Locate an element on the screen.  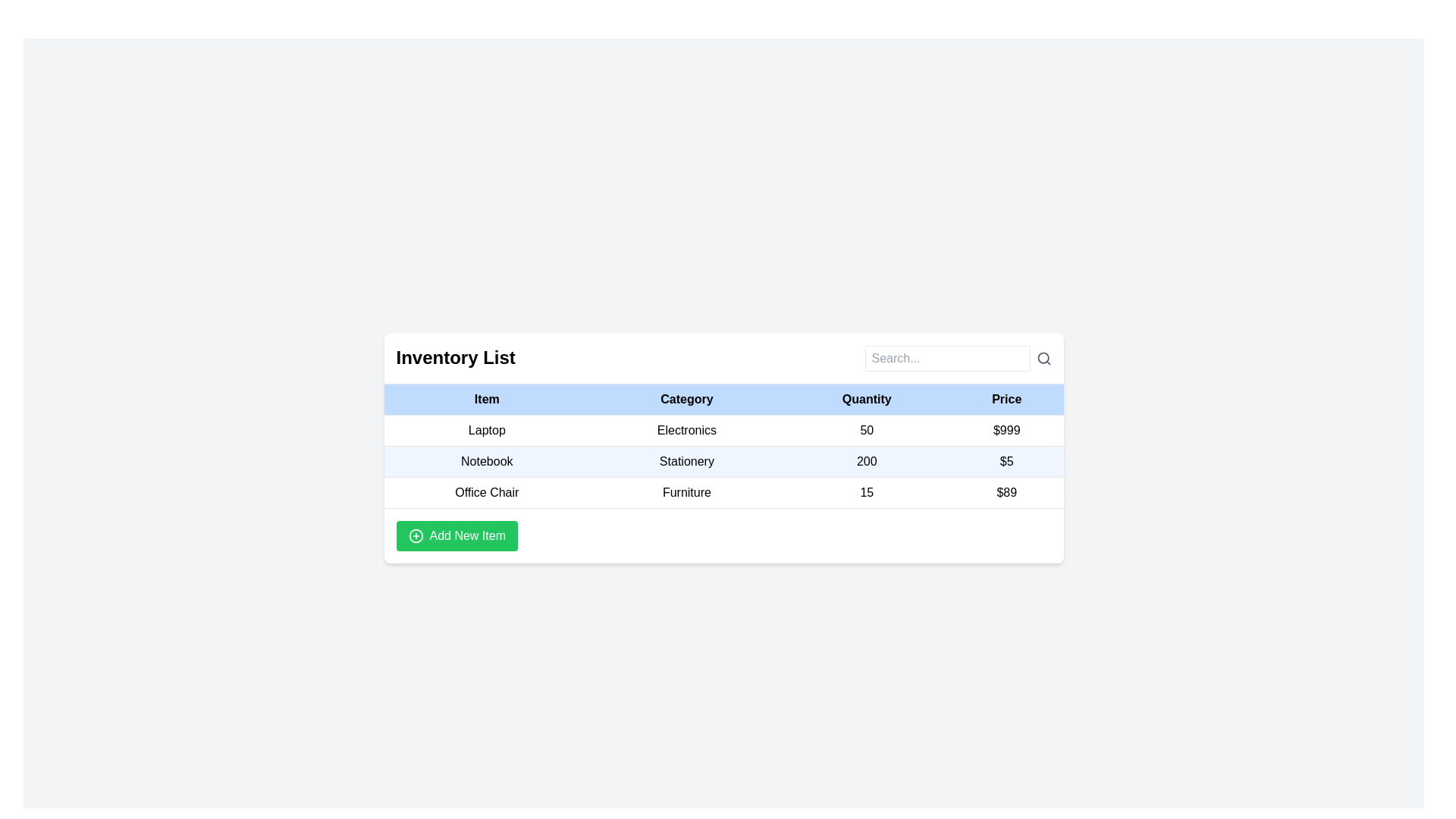
text label representing the item 'Notebook' in the second row of the inventory list under the 'Item' column is located at coordinates (487, 460).